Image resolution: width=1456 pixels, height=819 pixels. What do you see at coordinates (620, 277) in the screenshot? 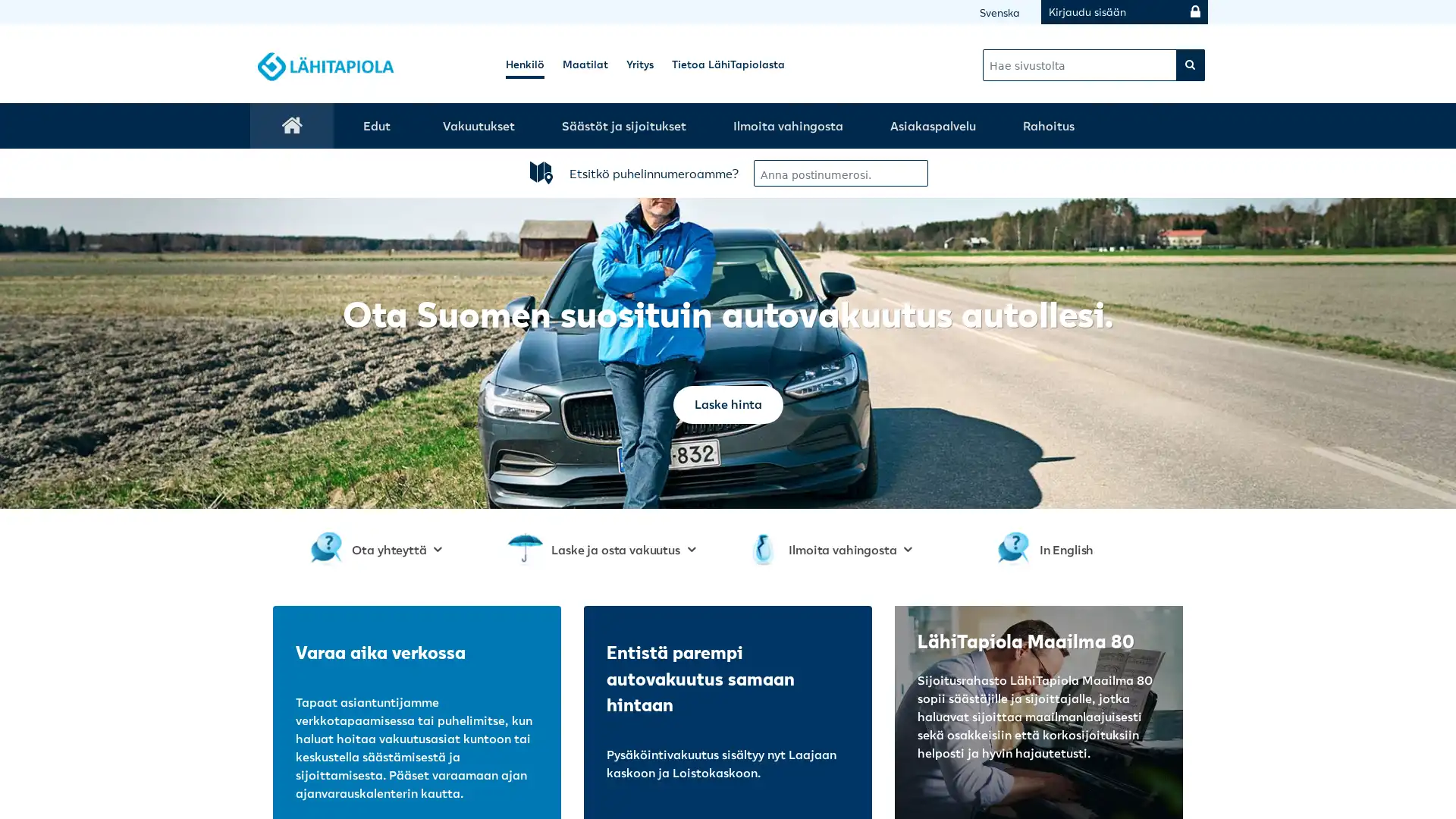
I see `Asetukset` at bounding box center [620, 277].